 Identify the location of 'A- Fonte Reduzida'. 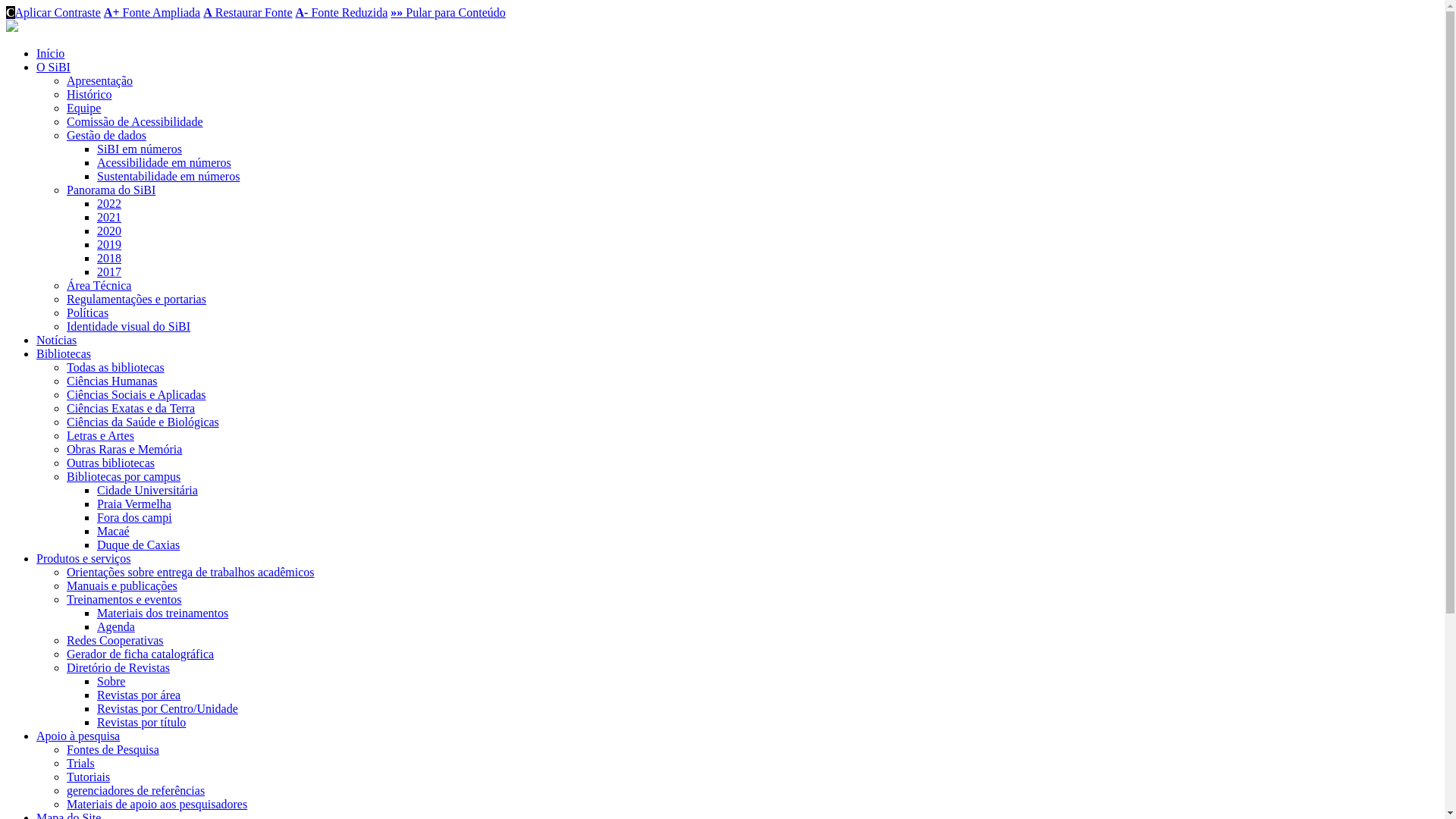
(295, 12).